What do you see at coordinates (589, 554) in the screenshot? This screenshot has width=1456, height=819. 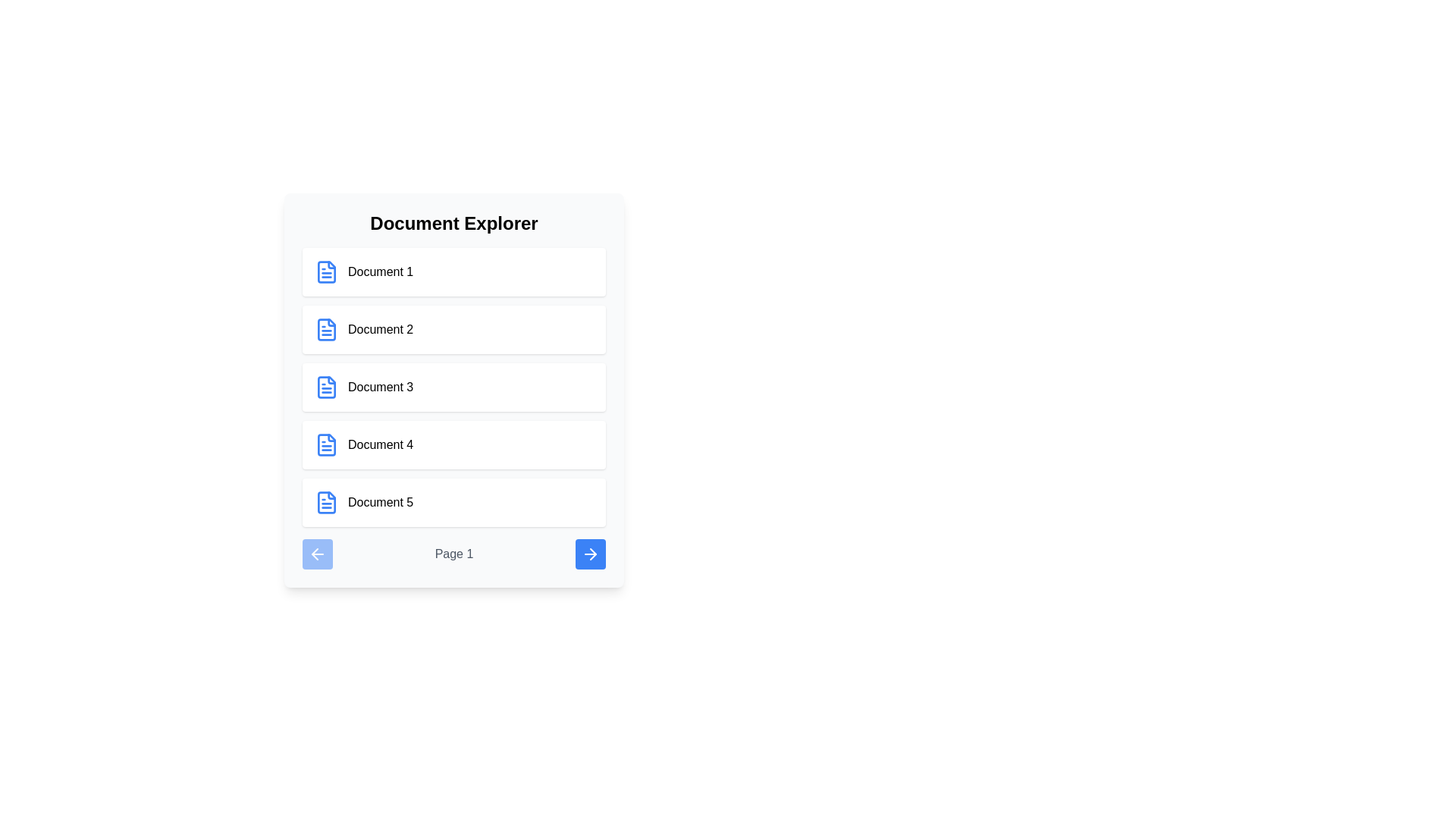 I see `the blue arrow button located in the bottom-right corner of the interface` at bounding box center [589, 554].